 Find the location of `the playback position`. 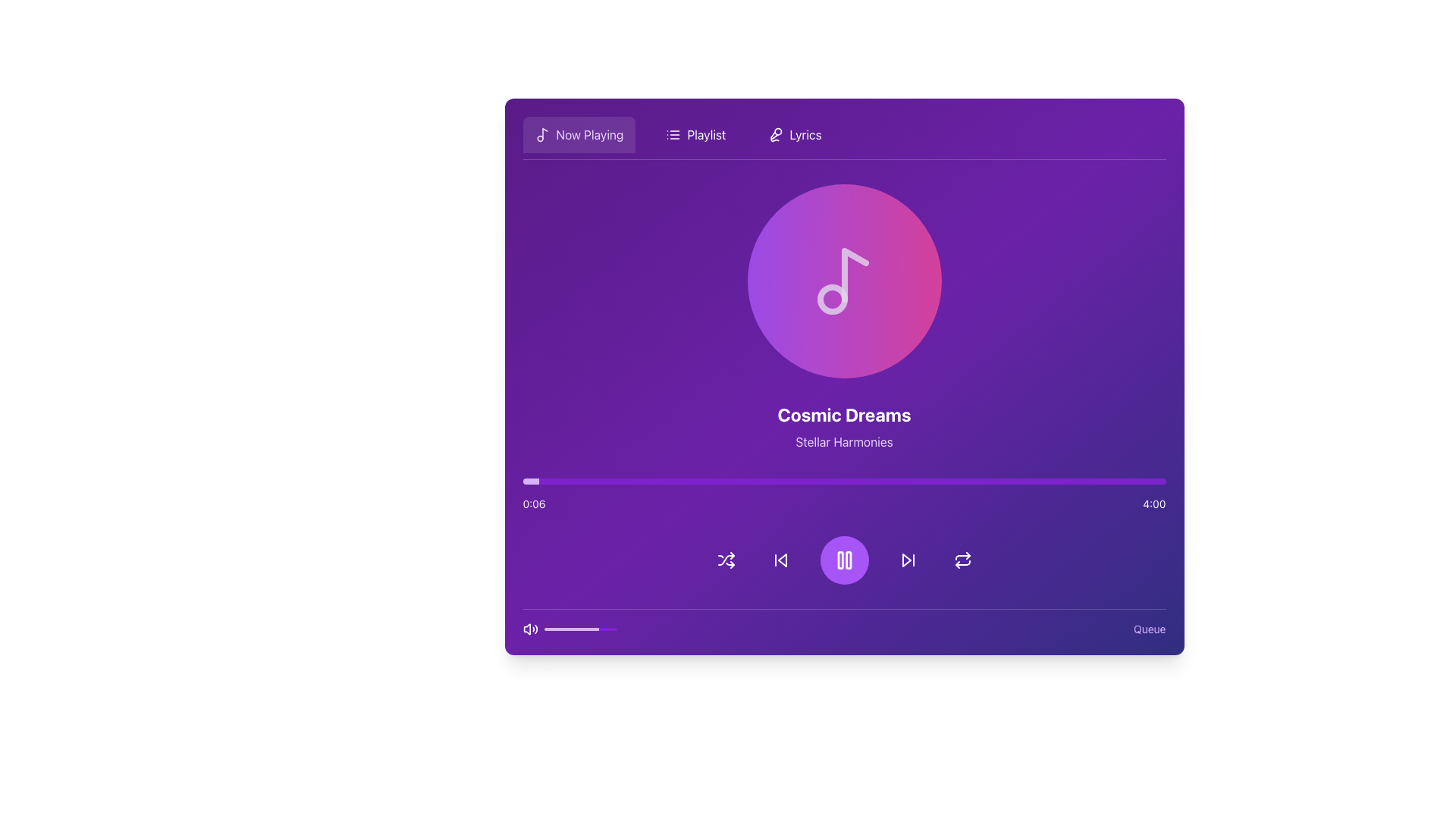

the playback position is located at coordinates (1115, 482).